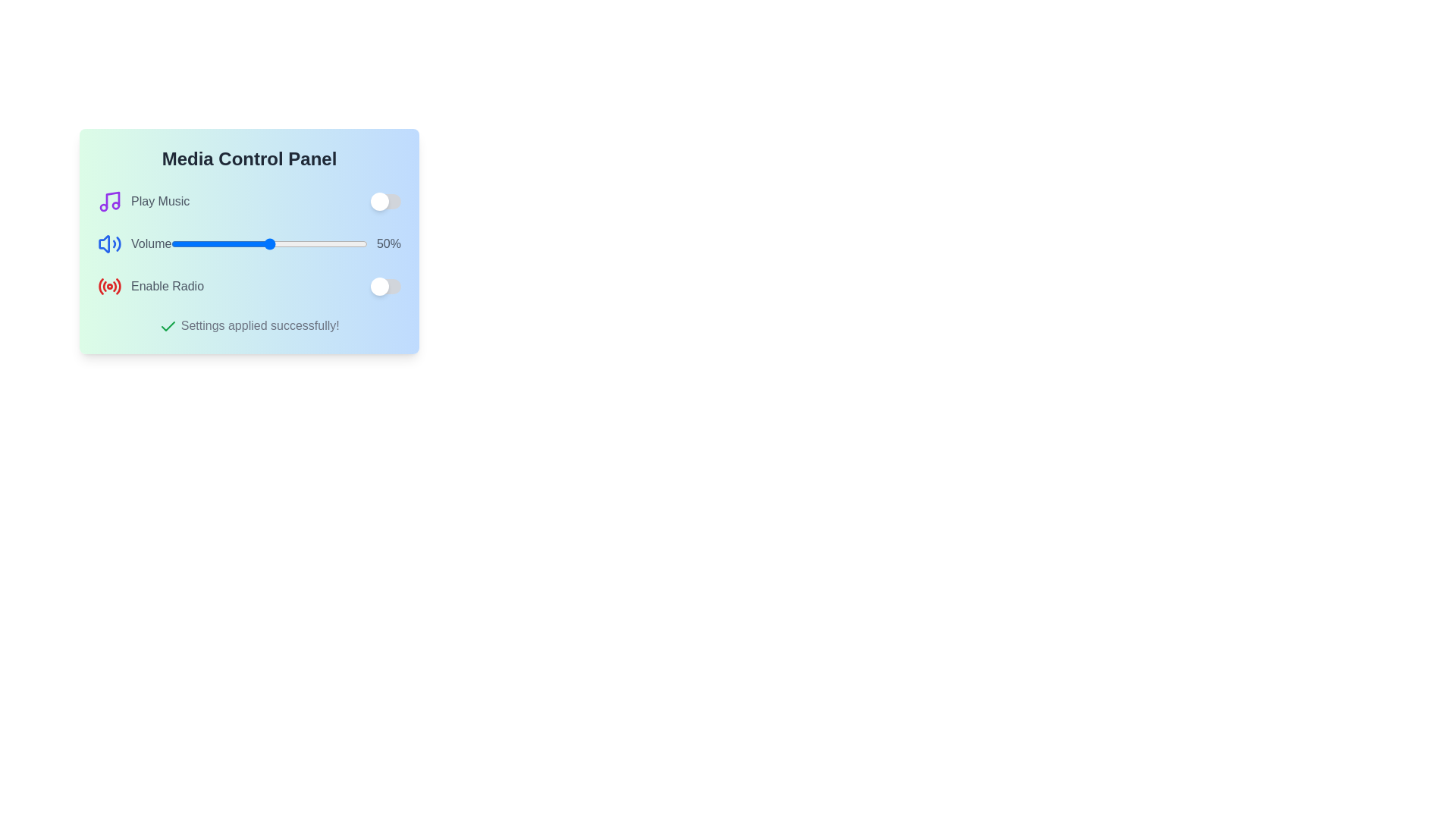 The width and height of the screenshot is (1456, 819). I want to click on the toggle knob, a small circular component with a white background located at the leftmost point of the toggle switch in the 'Enable Radio' section of the Media Control Panel, so click(379, 287).